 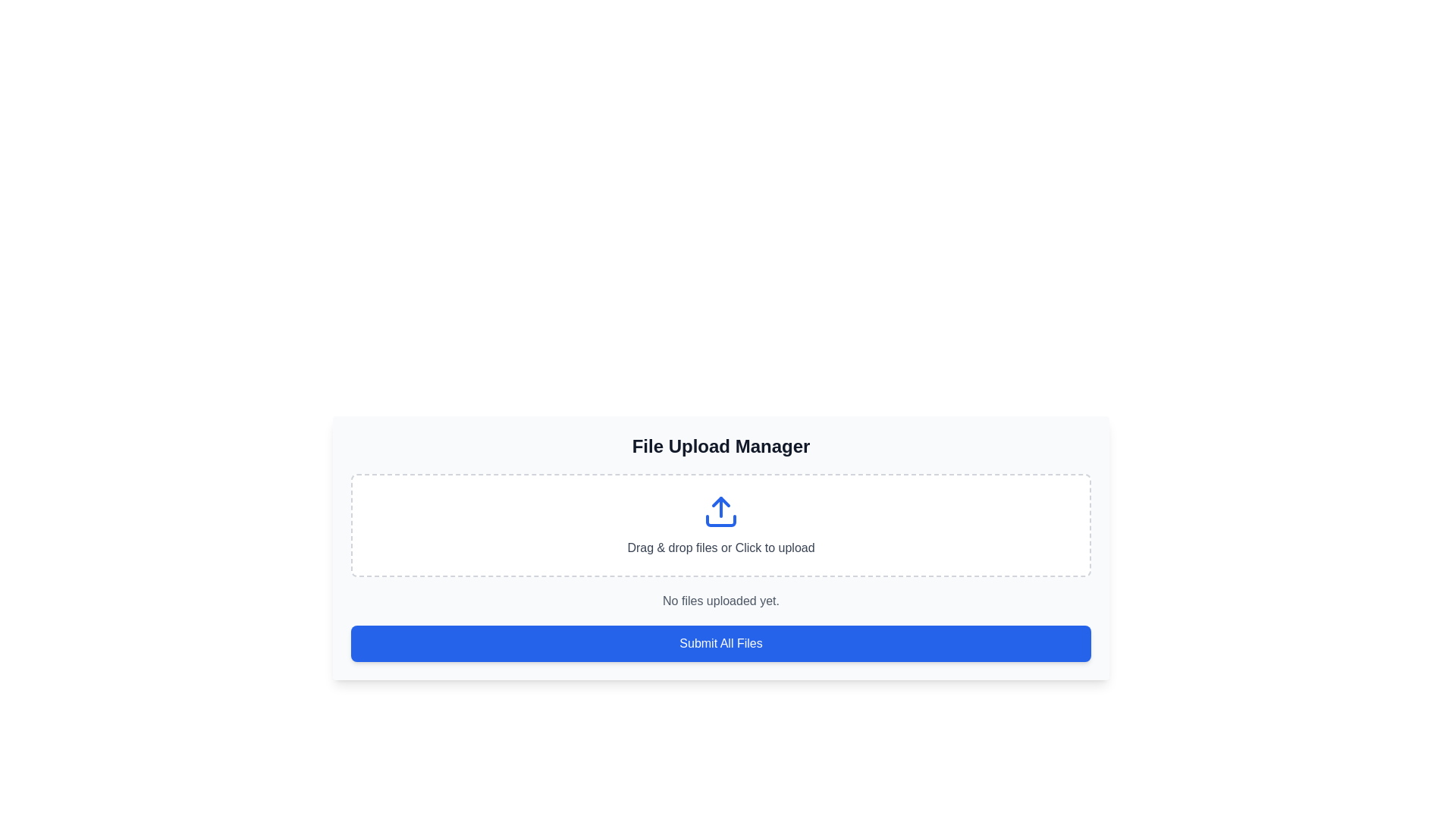 What do you see at coordinates (720, 519) in the screenshot?
I see `the 'tray' portion of the upload symbol, which indicates an area for uploading files, located below the 'File Upload Manager' header` at bounding box center [720, 519].